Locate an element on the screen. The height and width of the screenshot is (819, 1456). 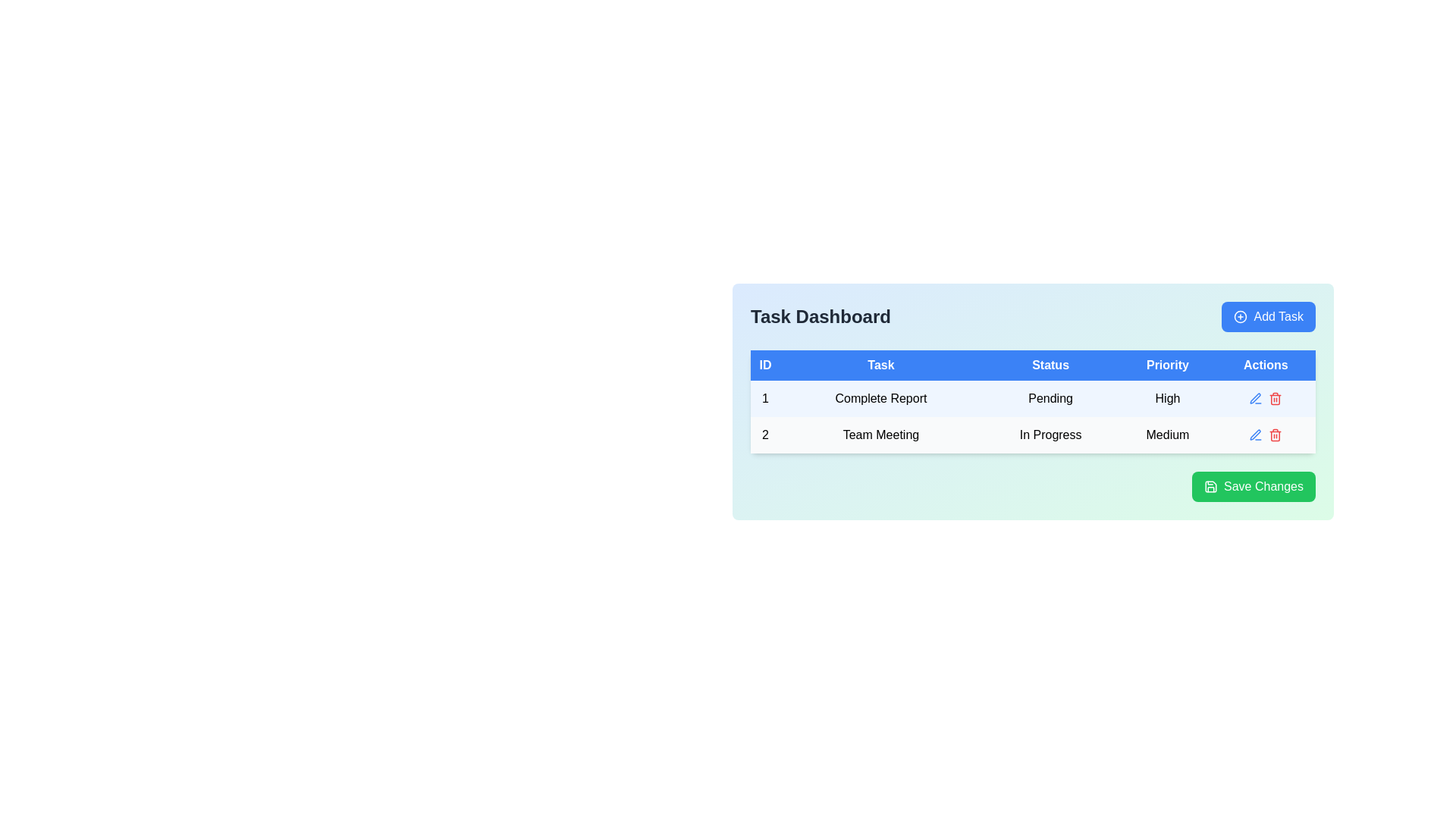
the pencil icon in the 'Actions' column of the first row in the 'Task Dashboard' is located at coordinates (1266, 397).